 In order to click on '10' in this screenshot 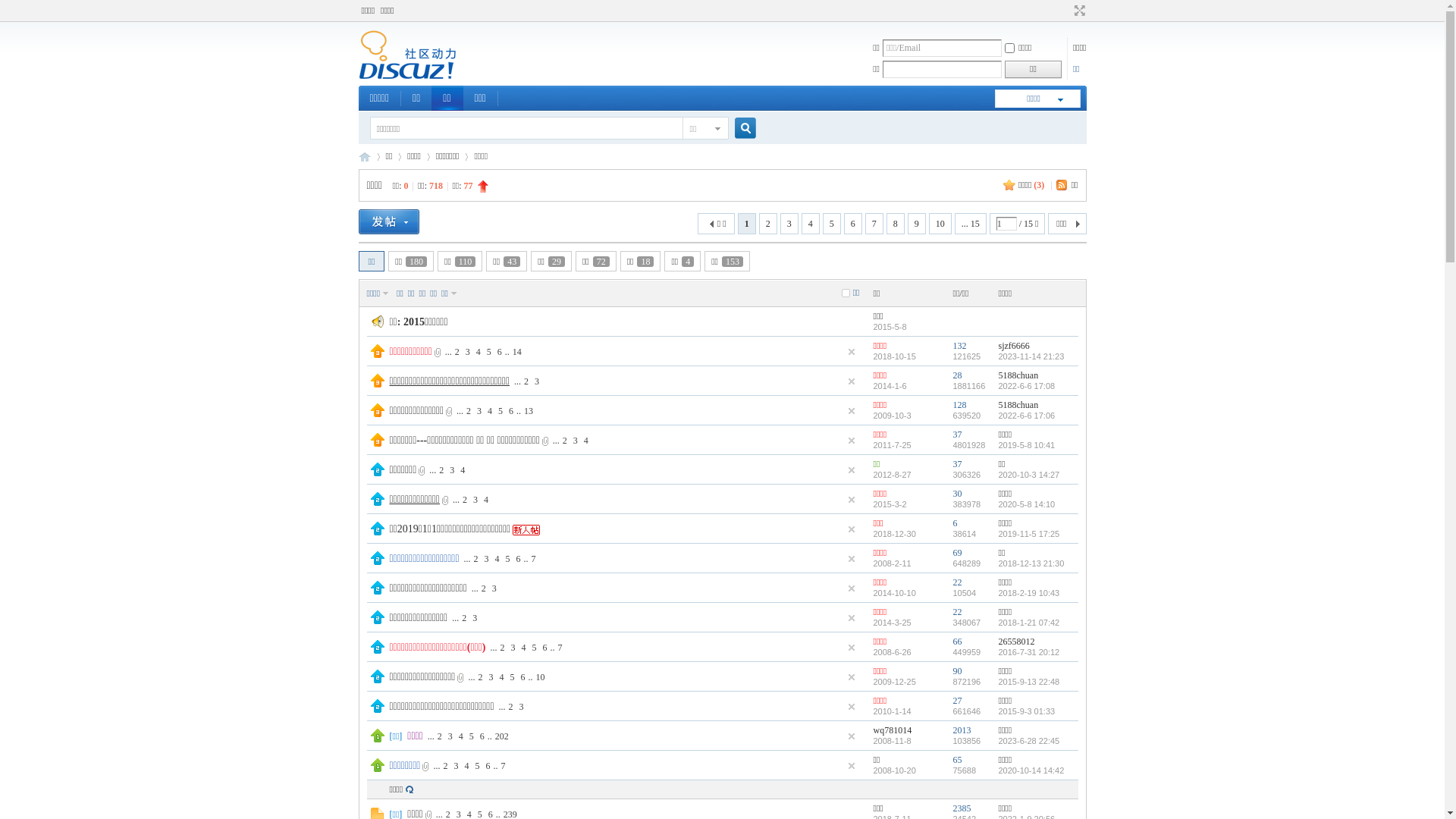, I will do `click(532, 676)`.